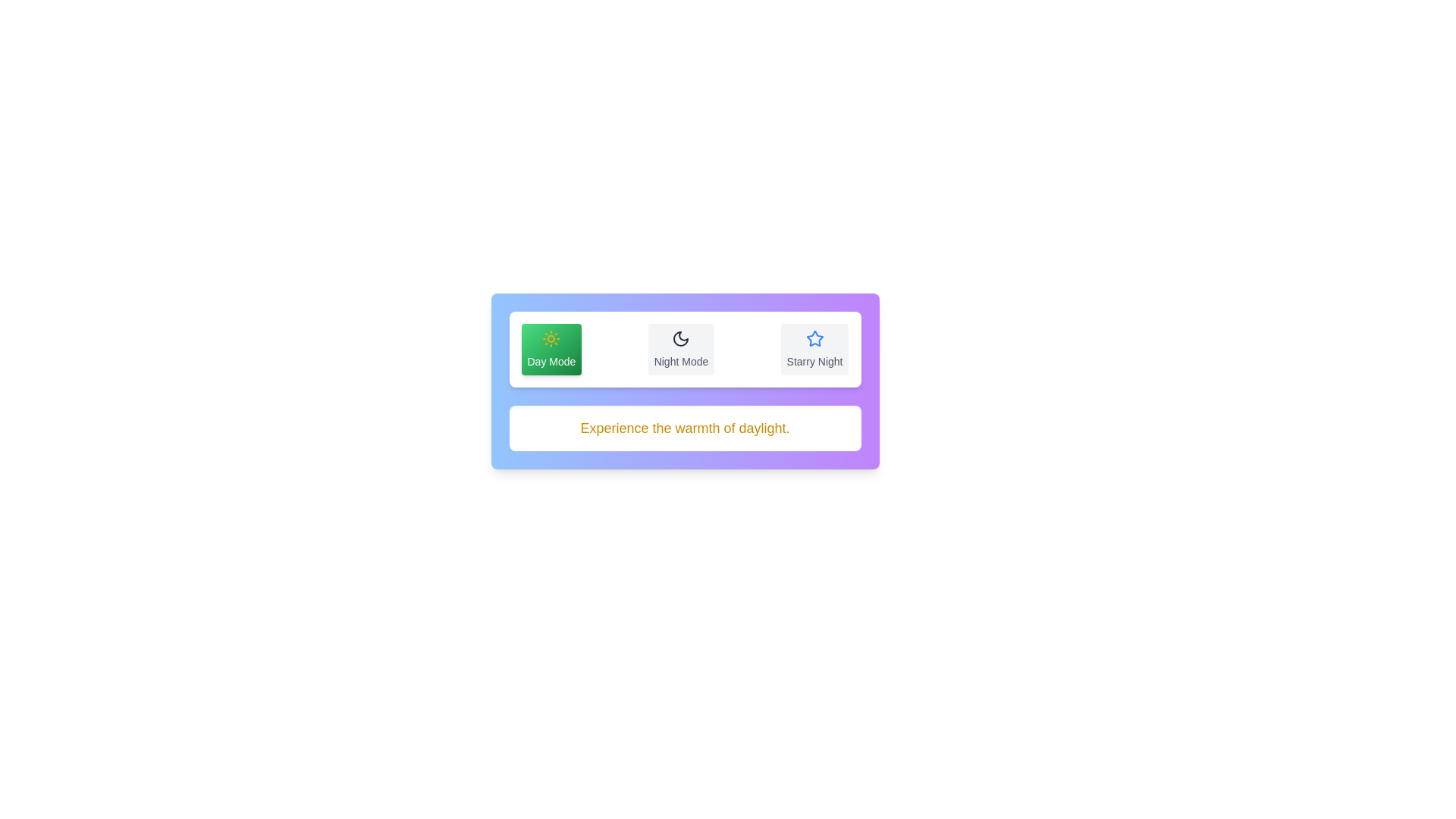 The height and width of the screenshot is (819, 1456). I want to click on the star-shaped icon with a blue outline located to the right of the 'Night Mode' section and above the label 'Starry Night', so click(814, 338).